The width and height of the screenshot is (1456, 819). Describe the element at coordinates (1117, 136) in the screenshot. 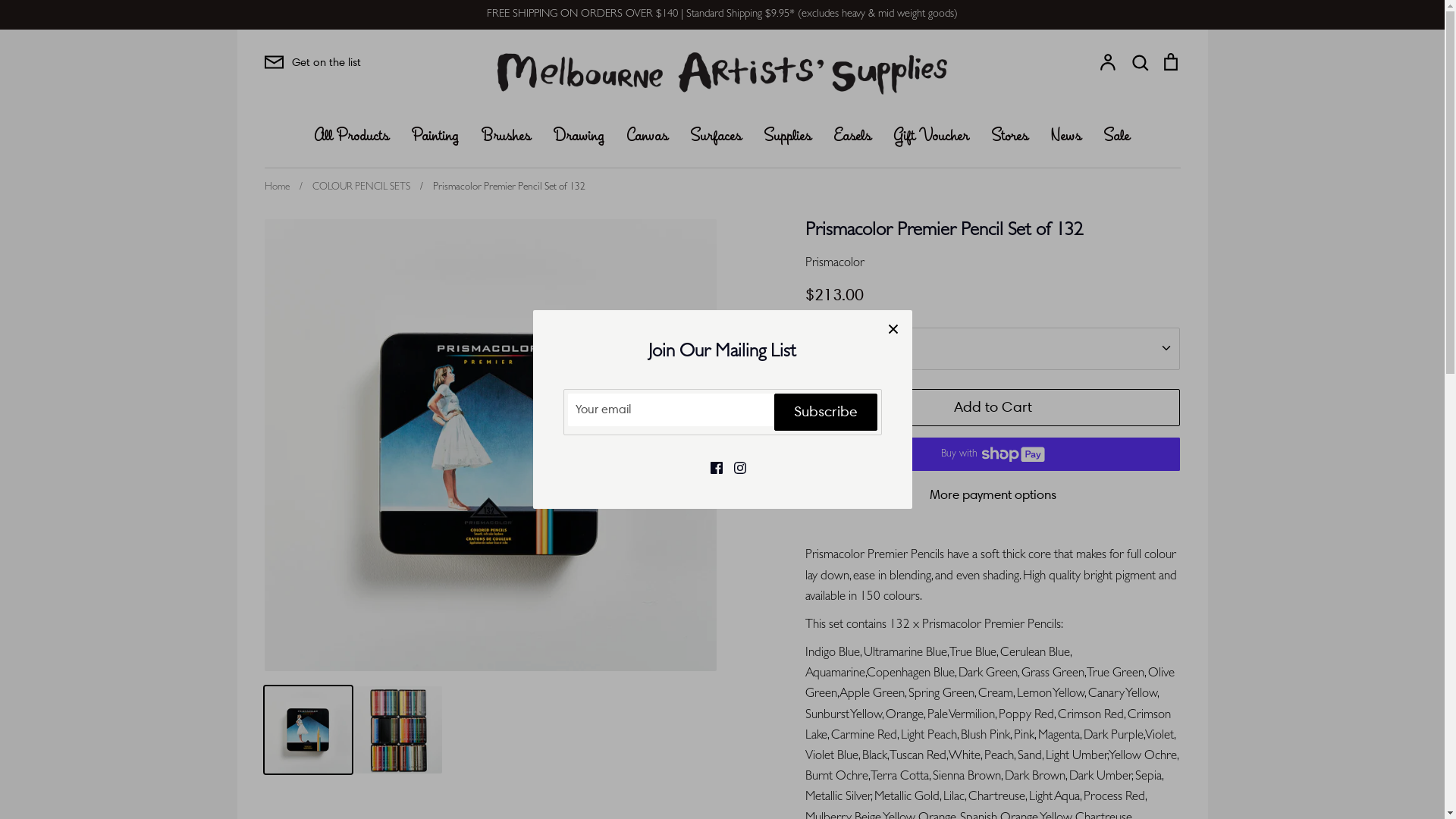

I see `'Sale'` at that location.